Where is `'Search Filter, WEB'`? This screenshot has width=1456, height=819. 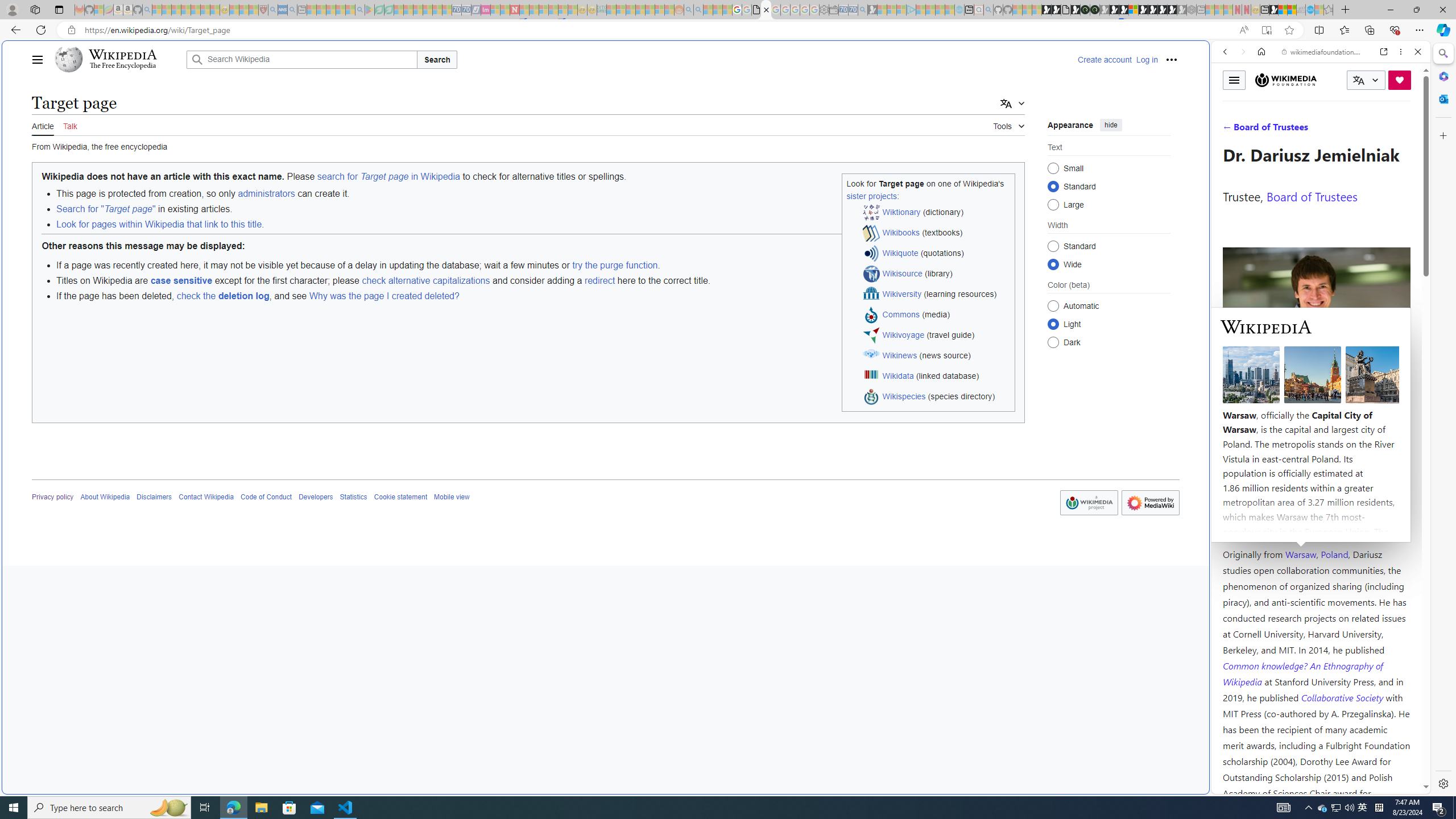
'Search Filter, WEB' is located at coordinates (1230, 129).